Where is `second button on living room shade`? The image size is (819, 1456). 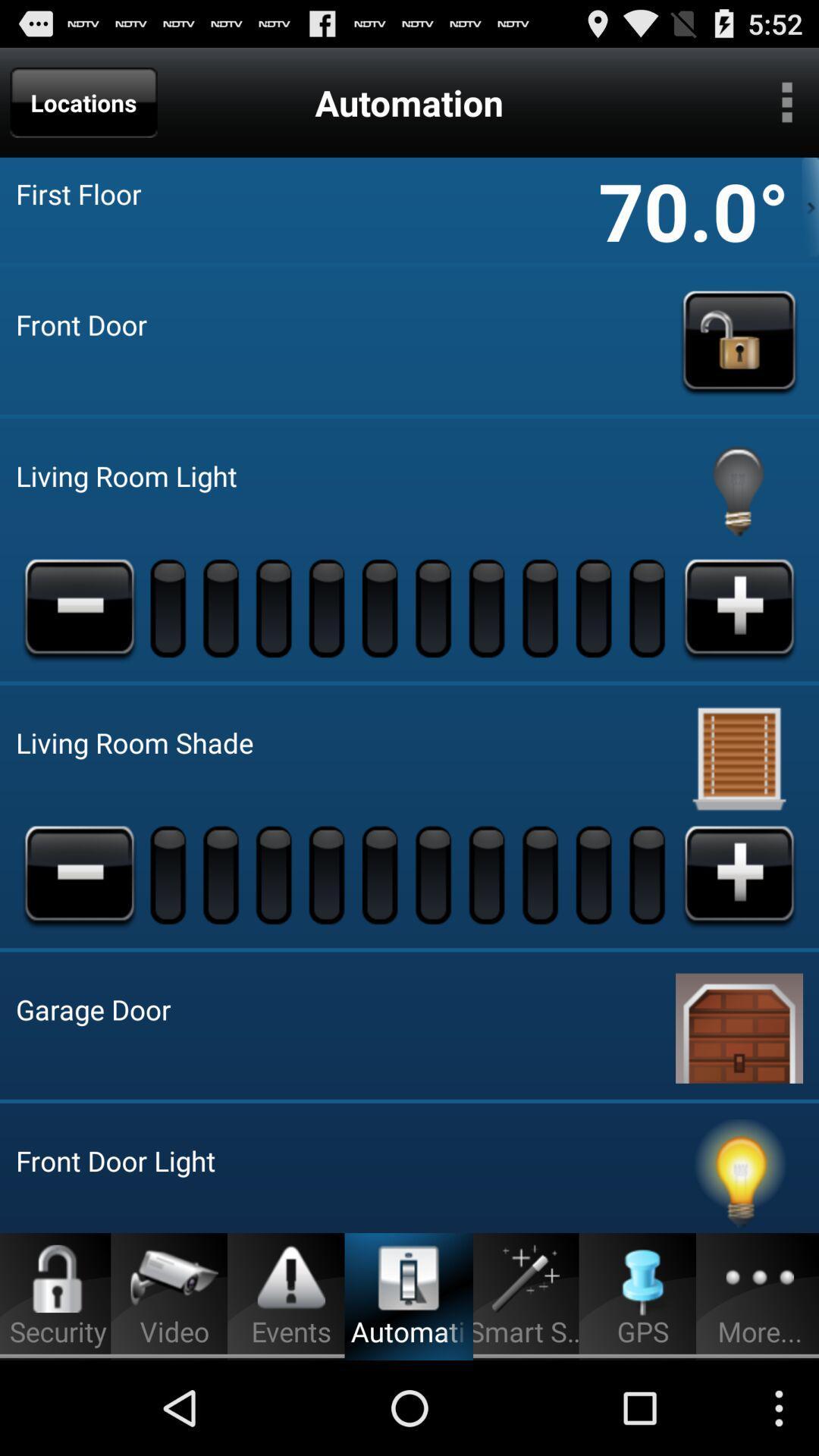 second button on living room shade is located at coordinates (169, 874).